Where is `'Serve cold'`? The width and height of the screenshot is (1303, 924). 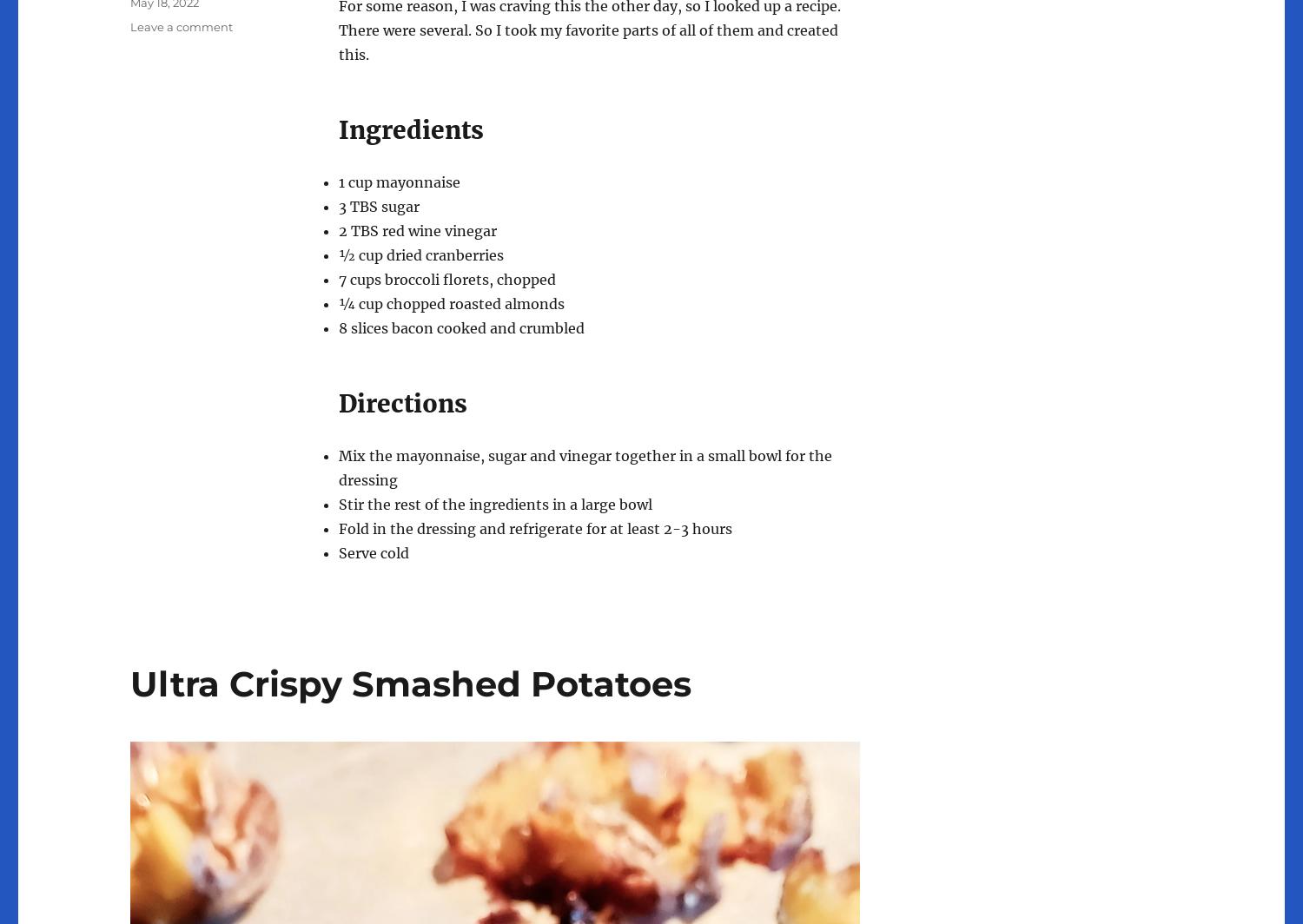 'Serve cold' is located at coordinates (374, 551).